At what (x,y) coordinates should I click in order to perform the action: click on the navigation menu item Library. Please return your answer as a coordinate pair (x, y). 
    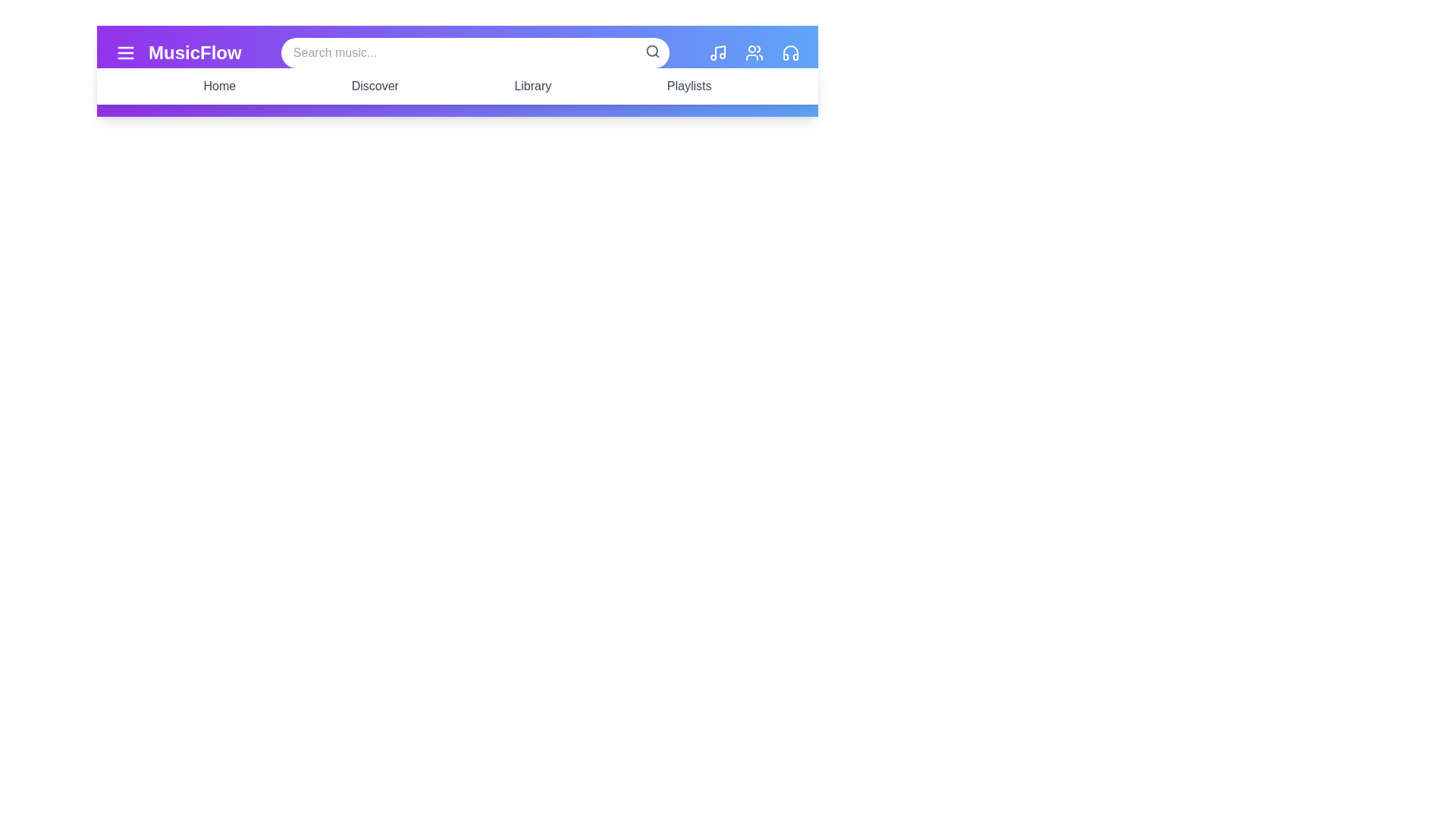
    Looking at the image, I should click on (532, 86).